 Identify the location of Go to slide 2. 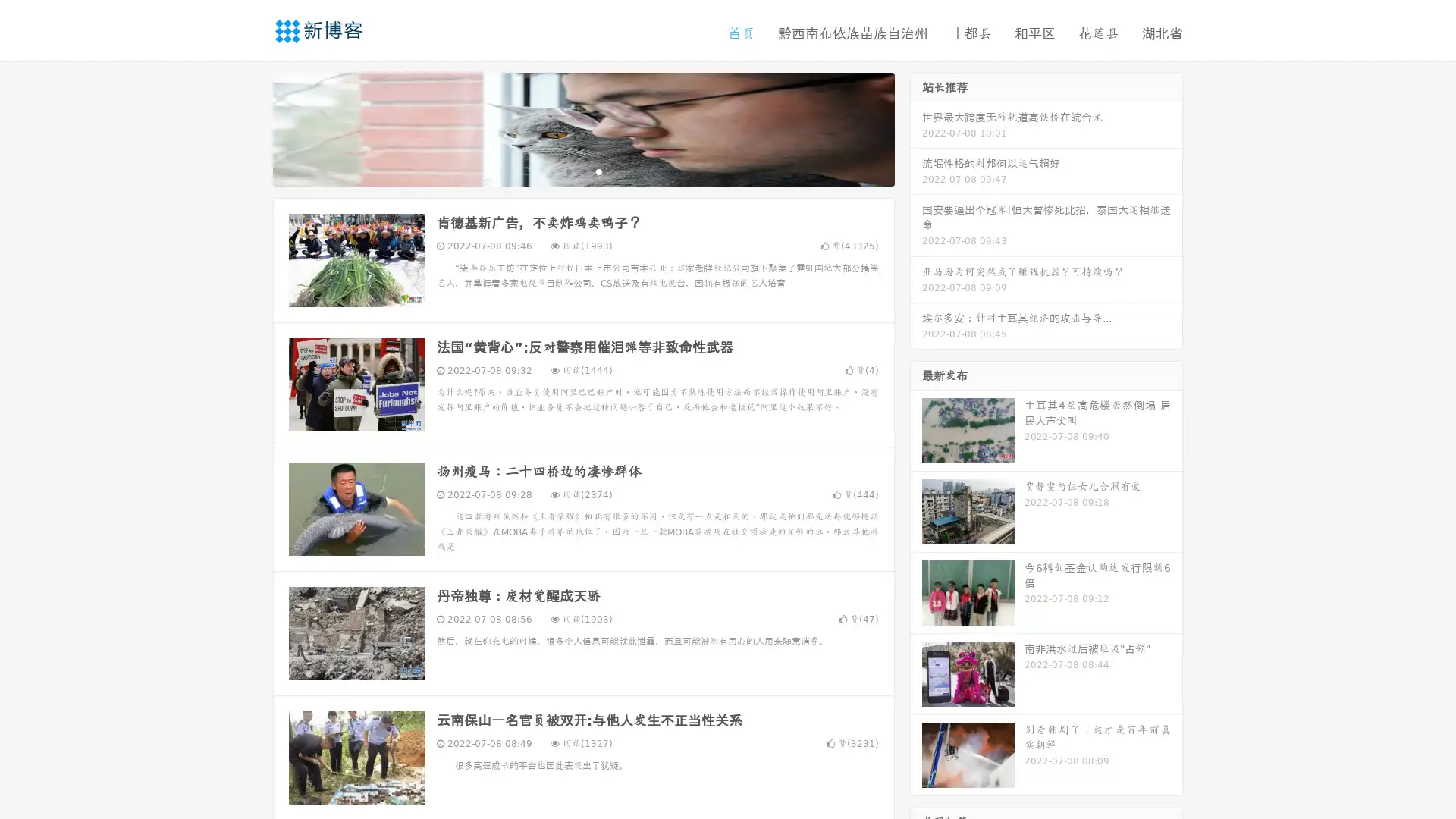
(582, 171).